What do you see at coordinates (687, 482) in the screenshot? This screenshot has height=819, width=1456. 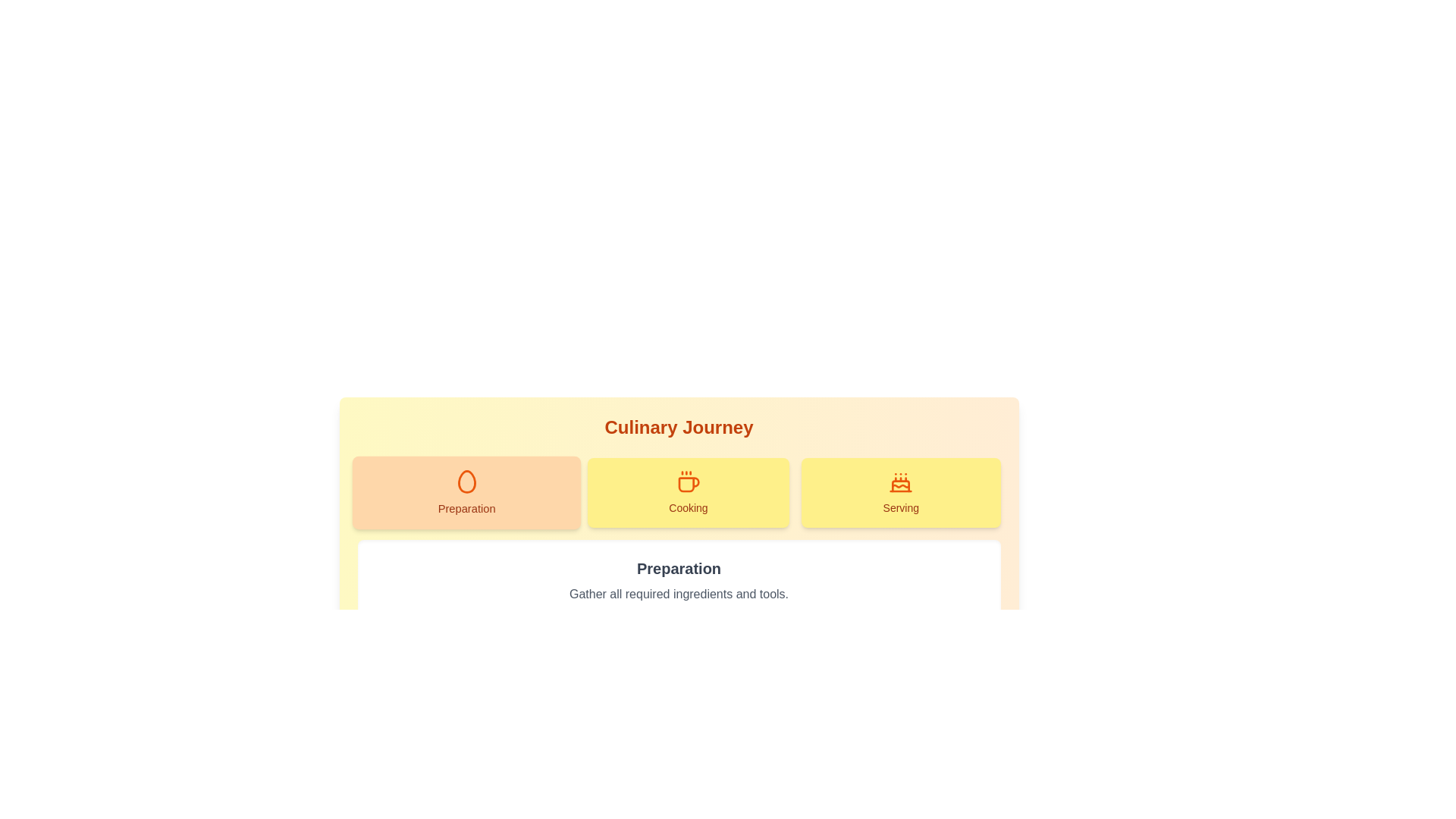 I see `the orange coffee cup icon with steam lines, located in the 'Cooking' section of the interface` at bounding box center [687, 482].